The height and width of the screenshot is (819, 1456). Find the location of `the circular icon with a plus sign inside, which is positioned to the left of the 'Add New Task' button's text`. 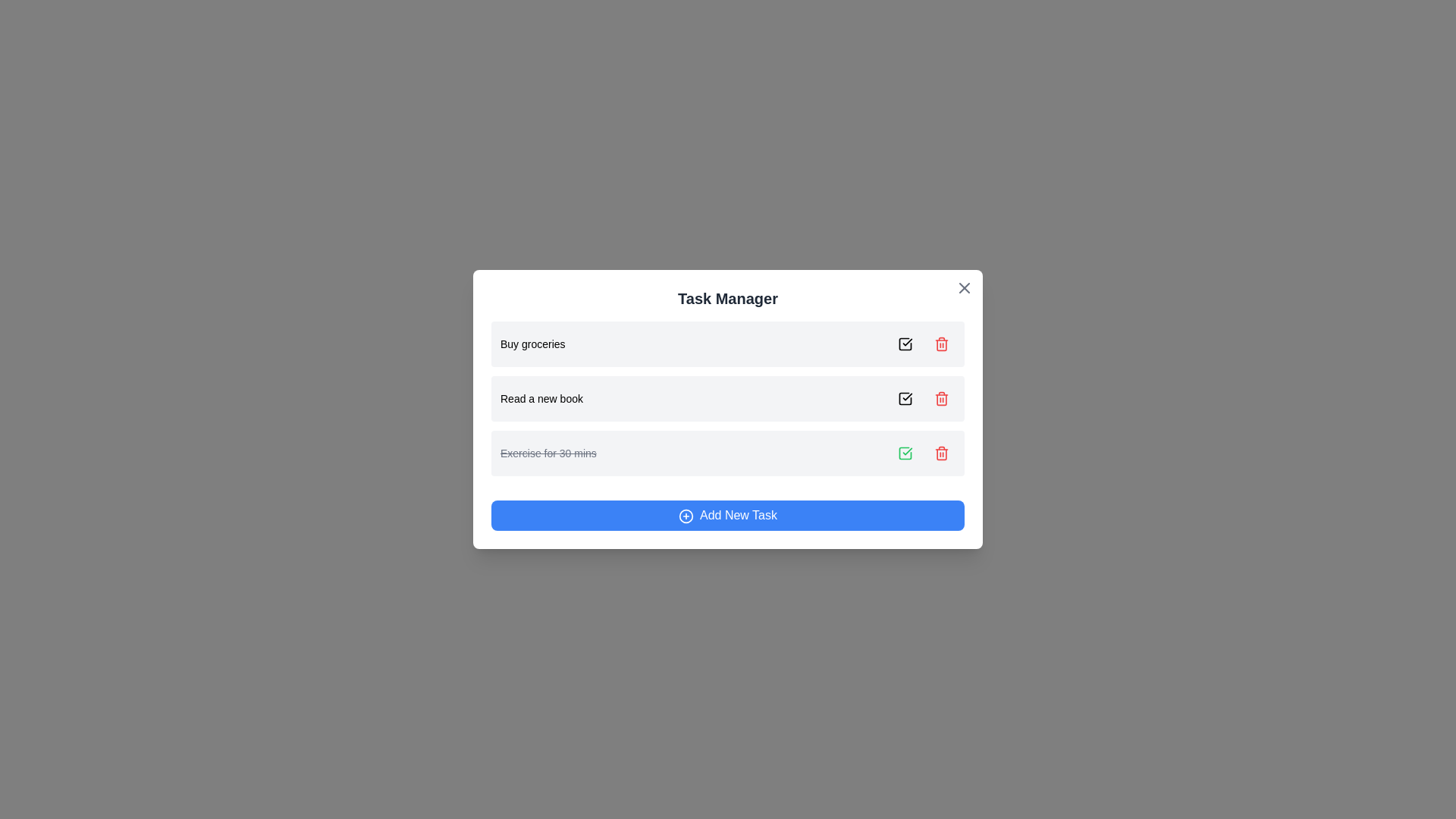

the circular icon with a plus sign inside, which is positioned to the left of the 'Add New Task' button's text is located at coordinates (686, 514).